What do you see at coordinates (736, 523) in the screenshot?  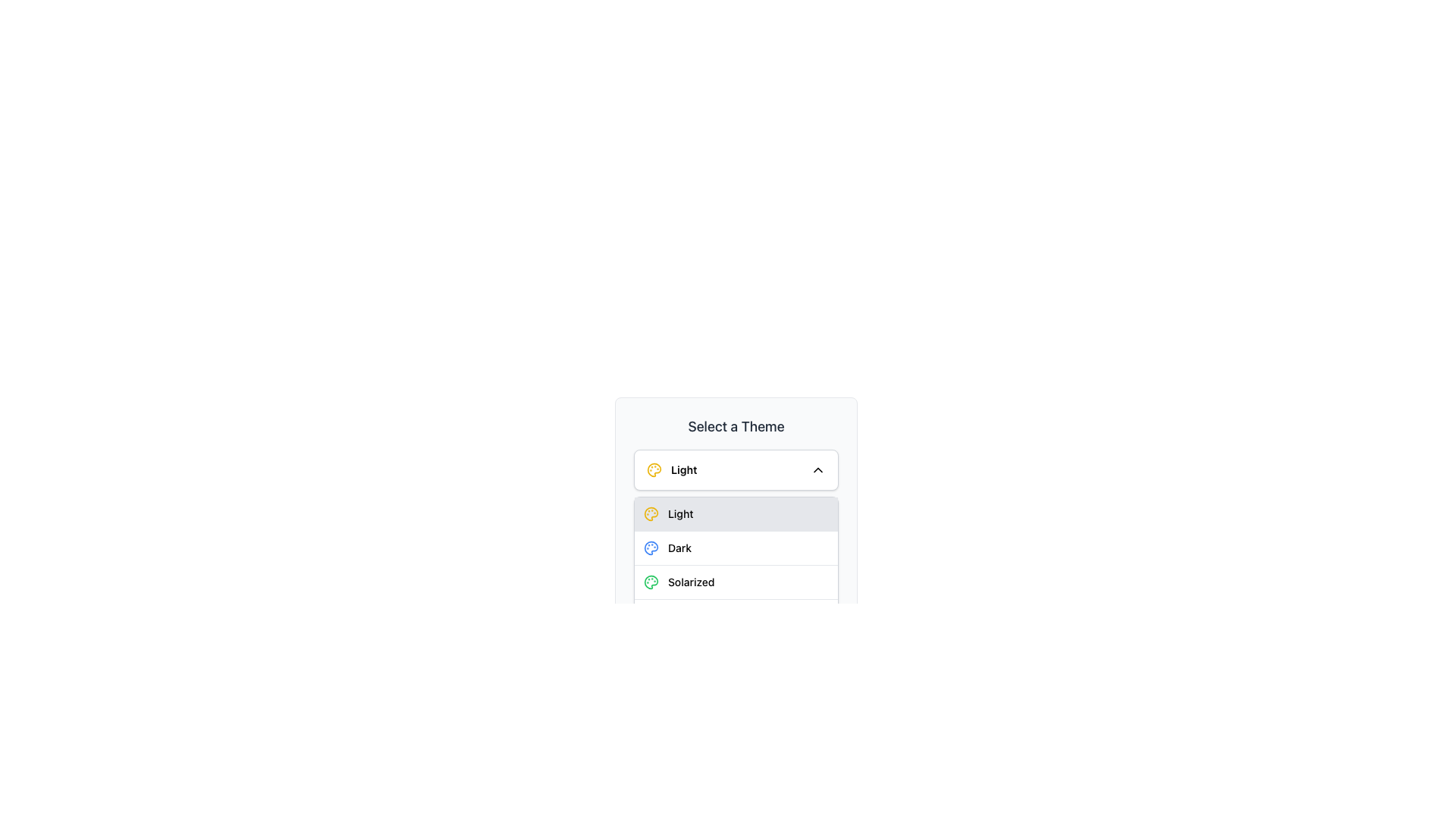 I see `the 'Light' theme option in the dropdown menu` at bounding box center [736, 523].